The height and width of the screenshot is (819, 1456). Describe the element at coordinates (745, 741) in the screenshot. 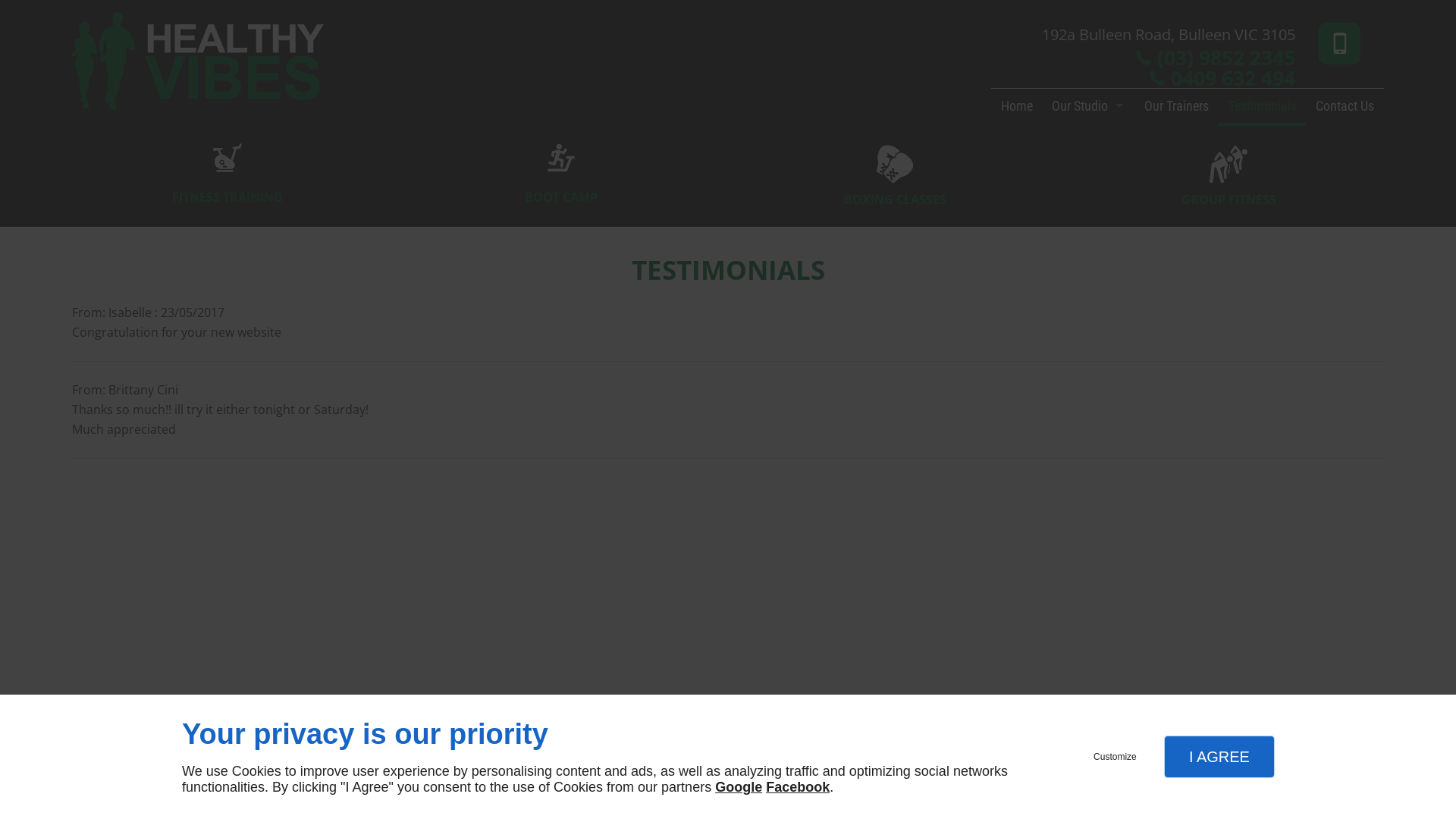

I see `'Mybusiness'` at that location.